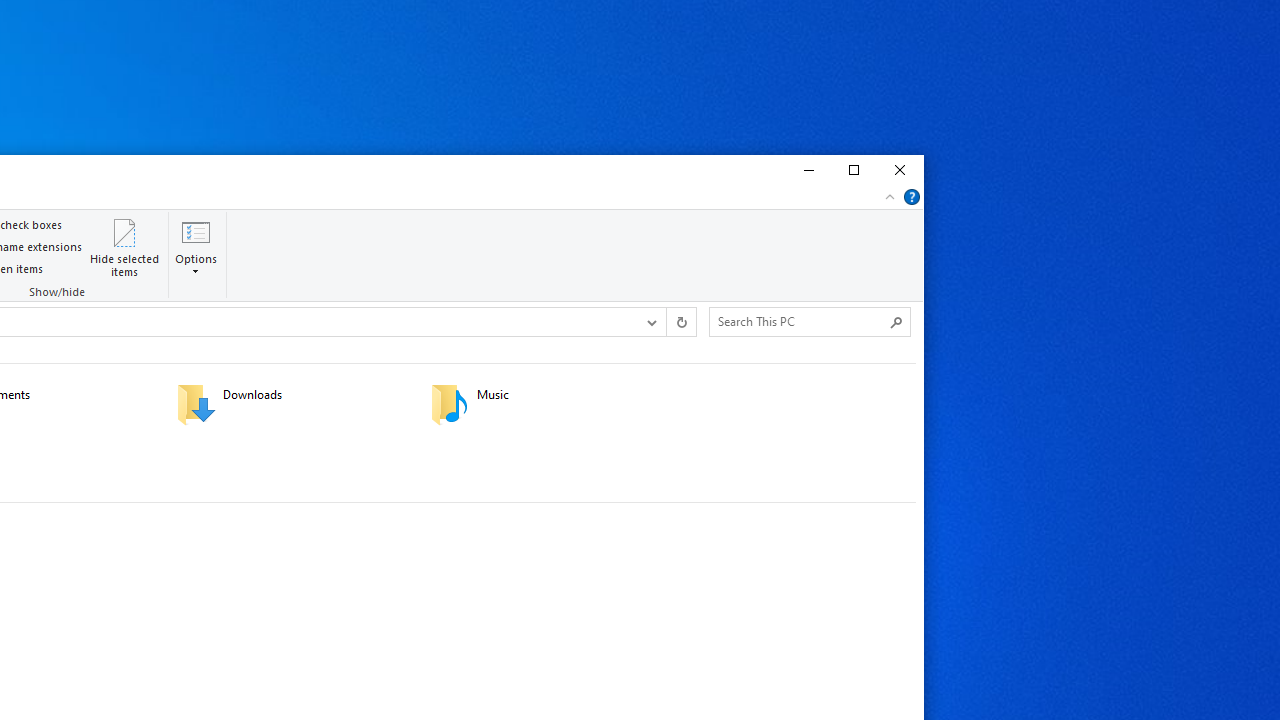  Describe the element at coordinates (680, 320) in the screenshot. I see `'Refresh "This PC" (F5)'` at that location.